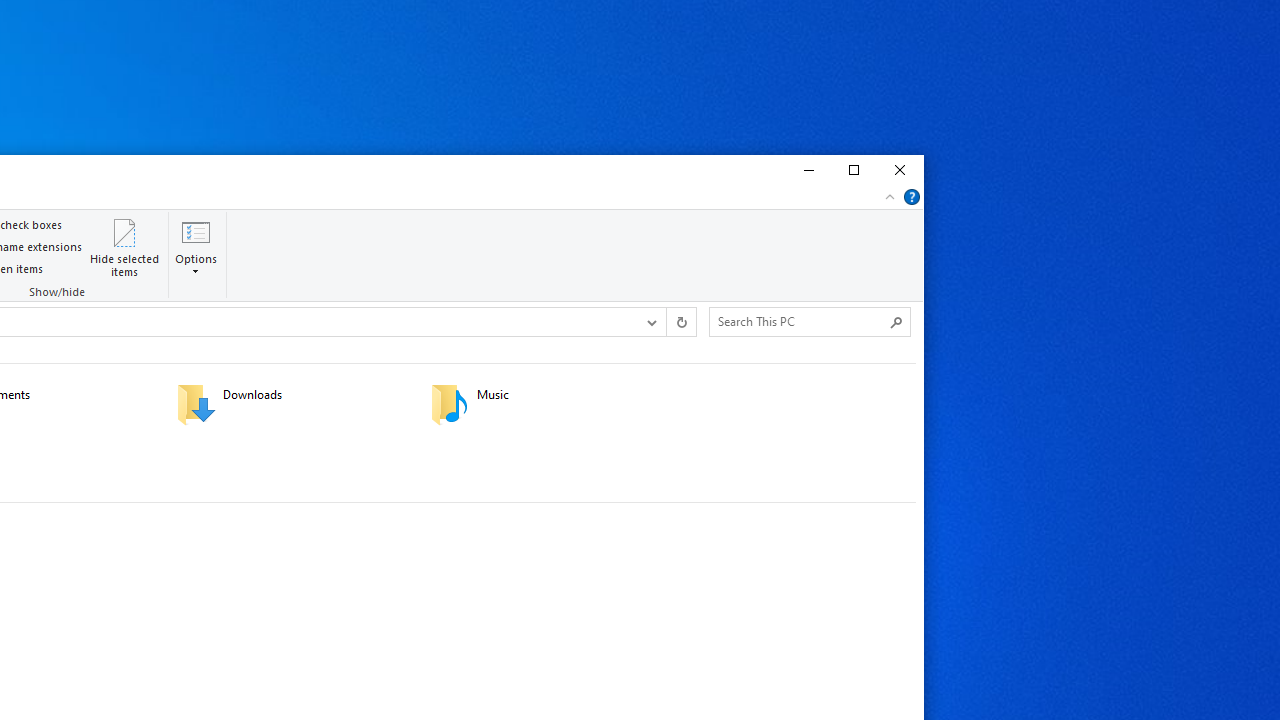  Describe the element at coordinates (680, 320) in the screenshot. I see `'Refresh "This PC" (F5)'` at that location.